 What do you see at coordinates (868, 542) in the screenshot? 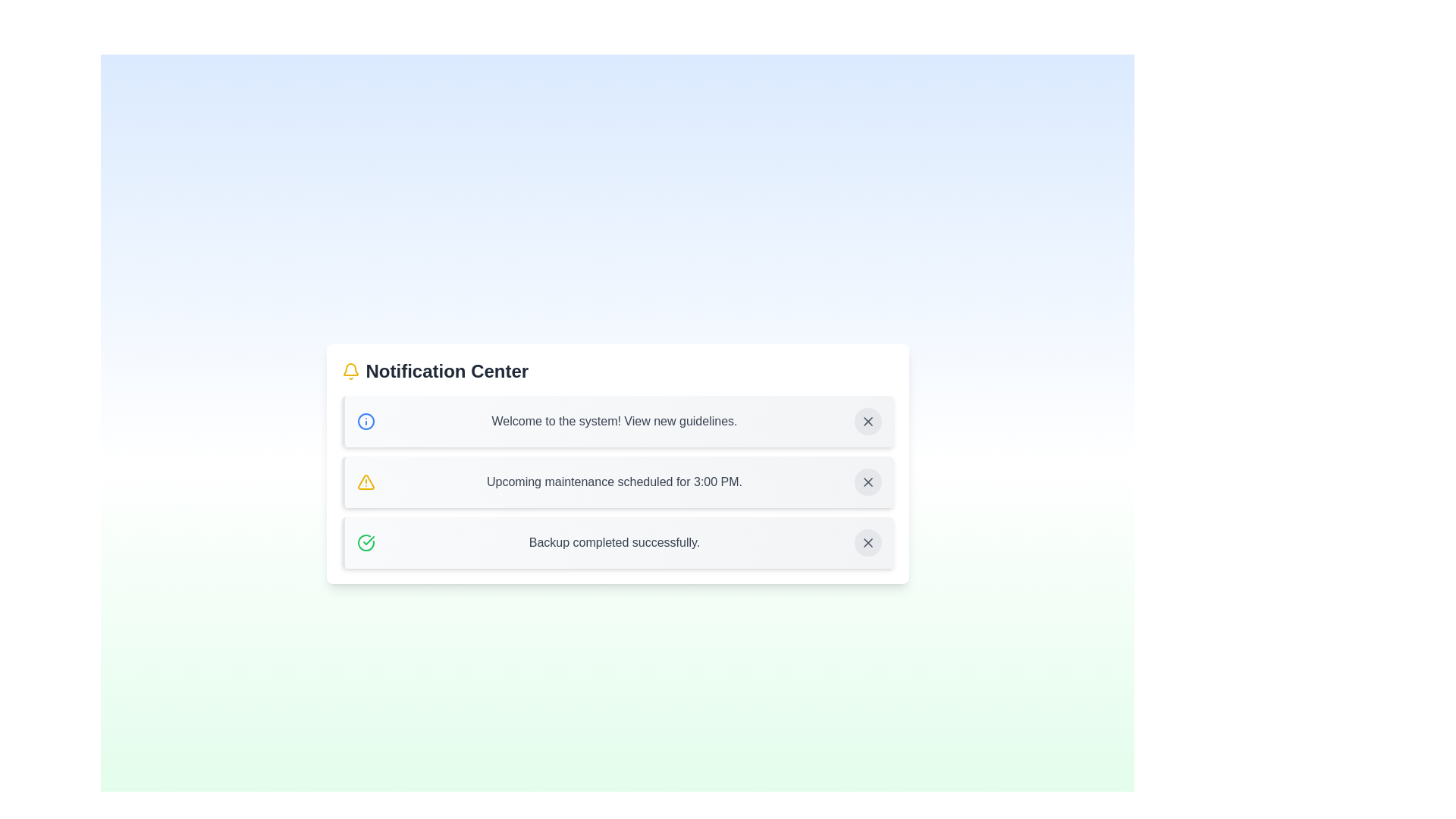
I see `the close button, which is a circular SVG icon located at the far-right of the notification card for the message 'Backup completed successfully.'` at bounding box center [868, 542].